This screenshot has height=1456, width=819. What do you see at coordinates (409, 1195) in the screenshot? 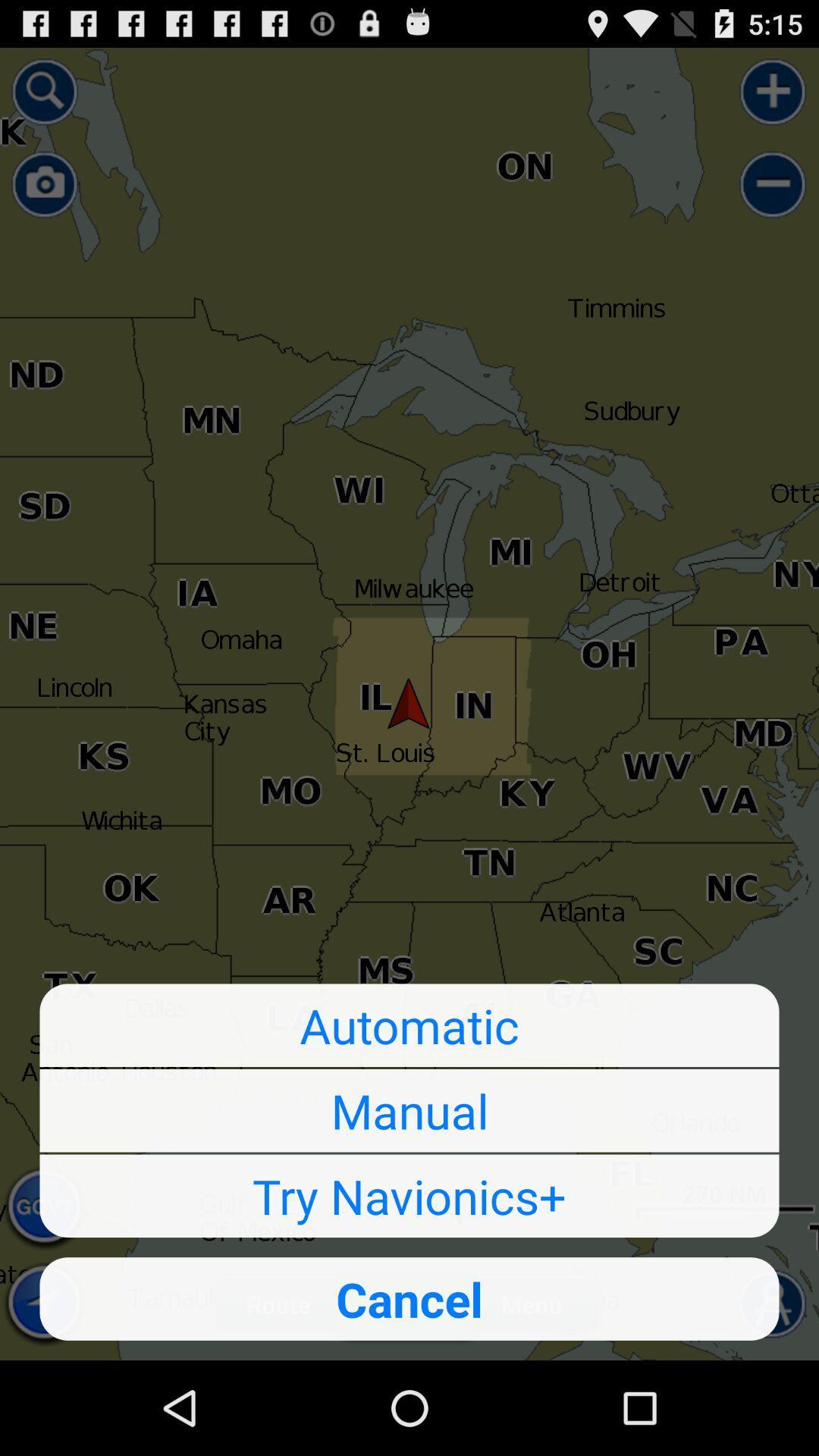
I see `button below manual` at bounding box center [409, 1195].